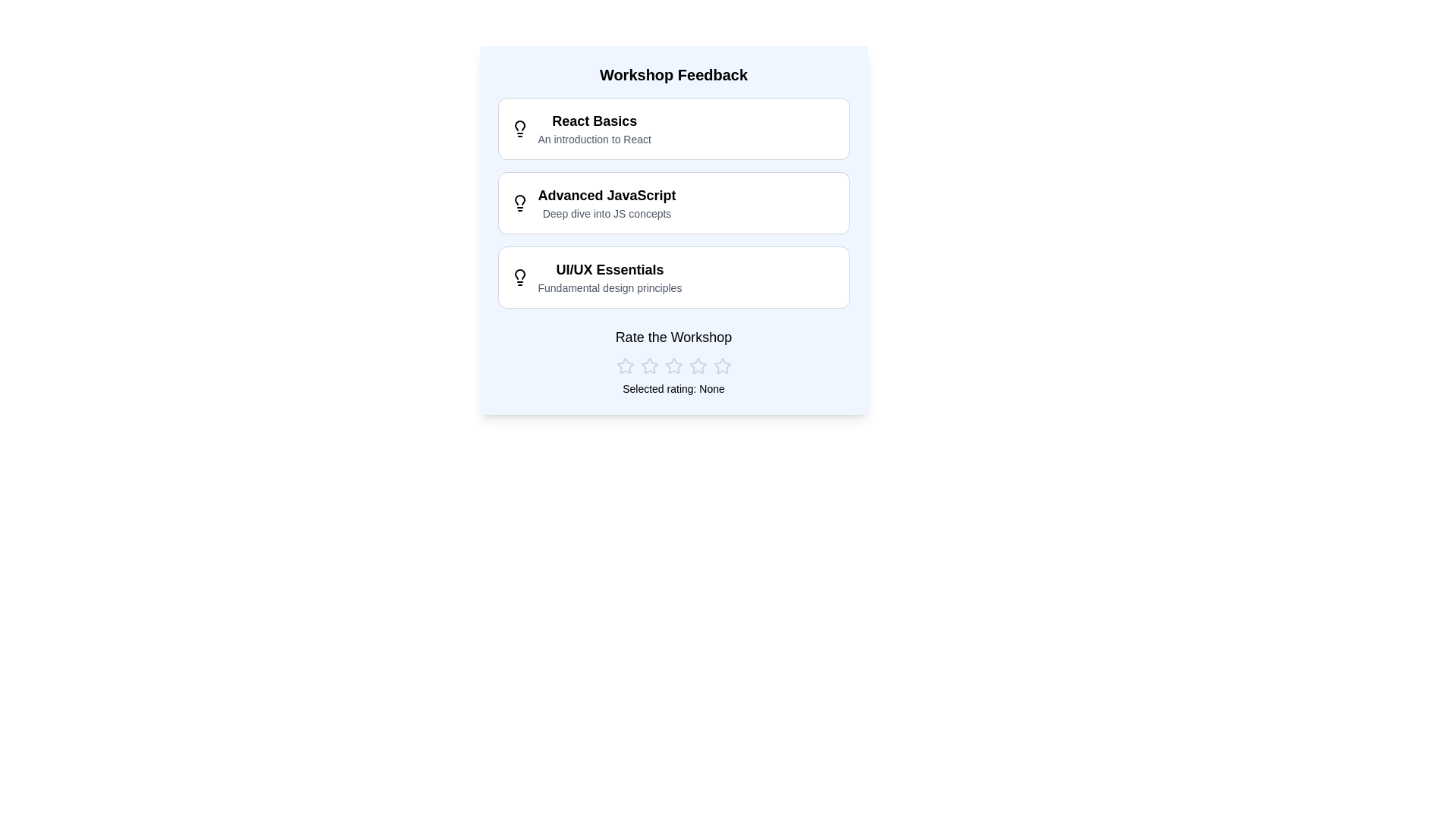 The width and height of the screenshot is (1456, 819). Describe the element at coordinates (697, 366) in the screenshot. I see `the third star icon in the rating component located below the 'Rate the Workshop' section` at that location.